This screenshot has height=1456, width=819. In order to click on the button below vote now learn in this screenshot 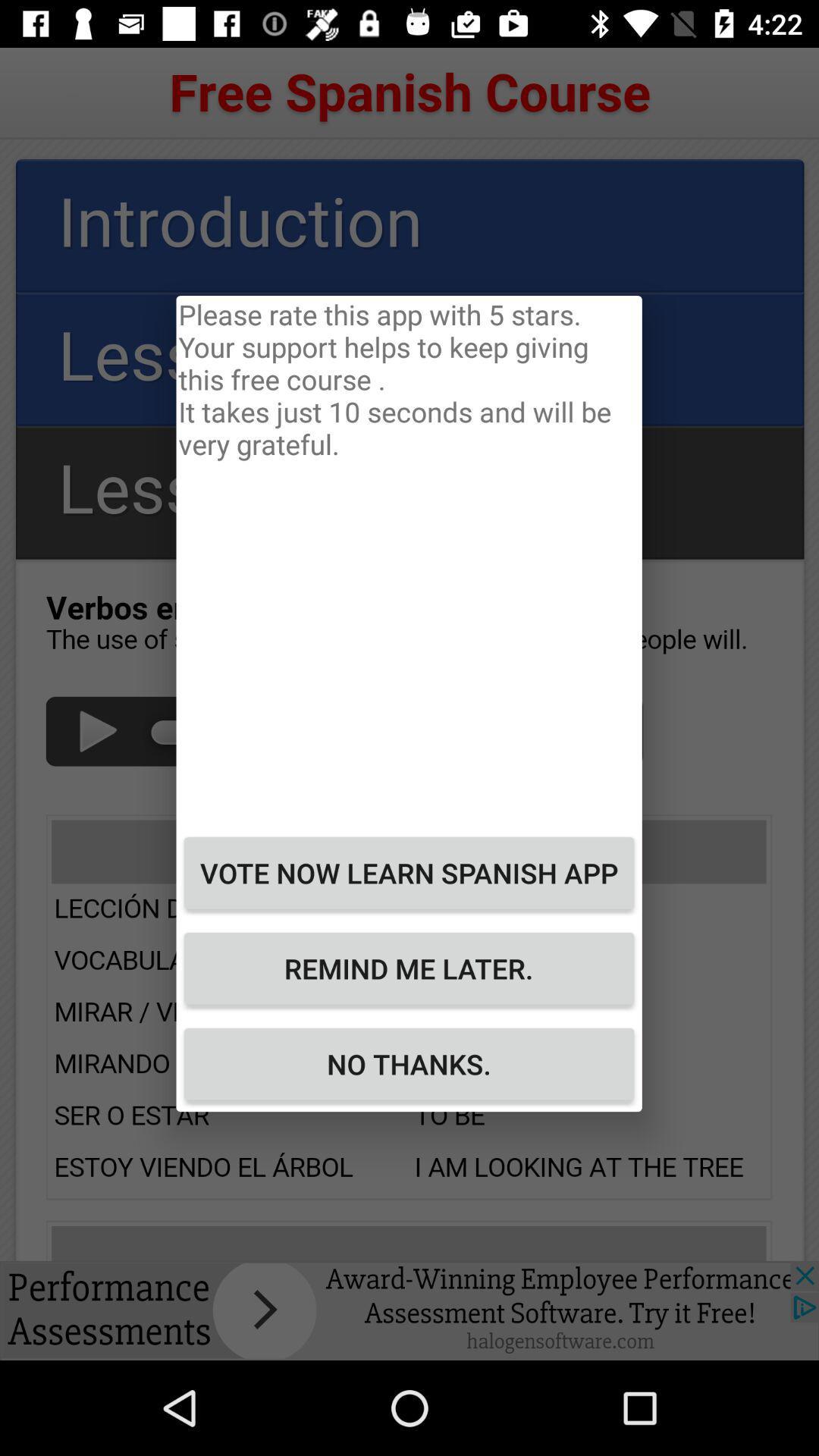, I will do `click(408, 968)`.